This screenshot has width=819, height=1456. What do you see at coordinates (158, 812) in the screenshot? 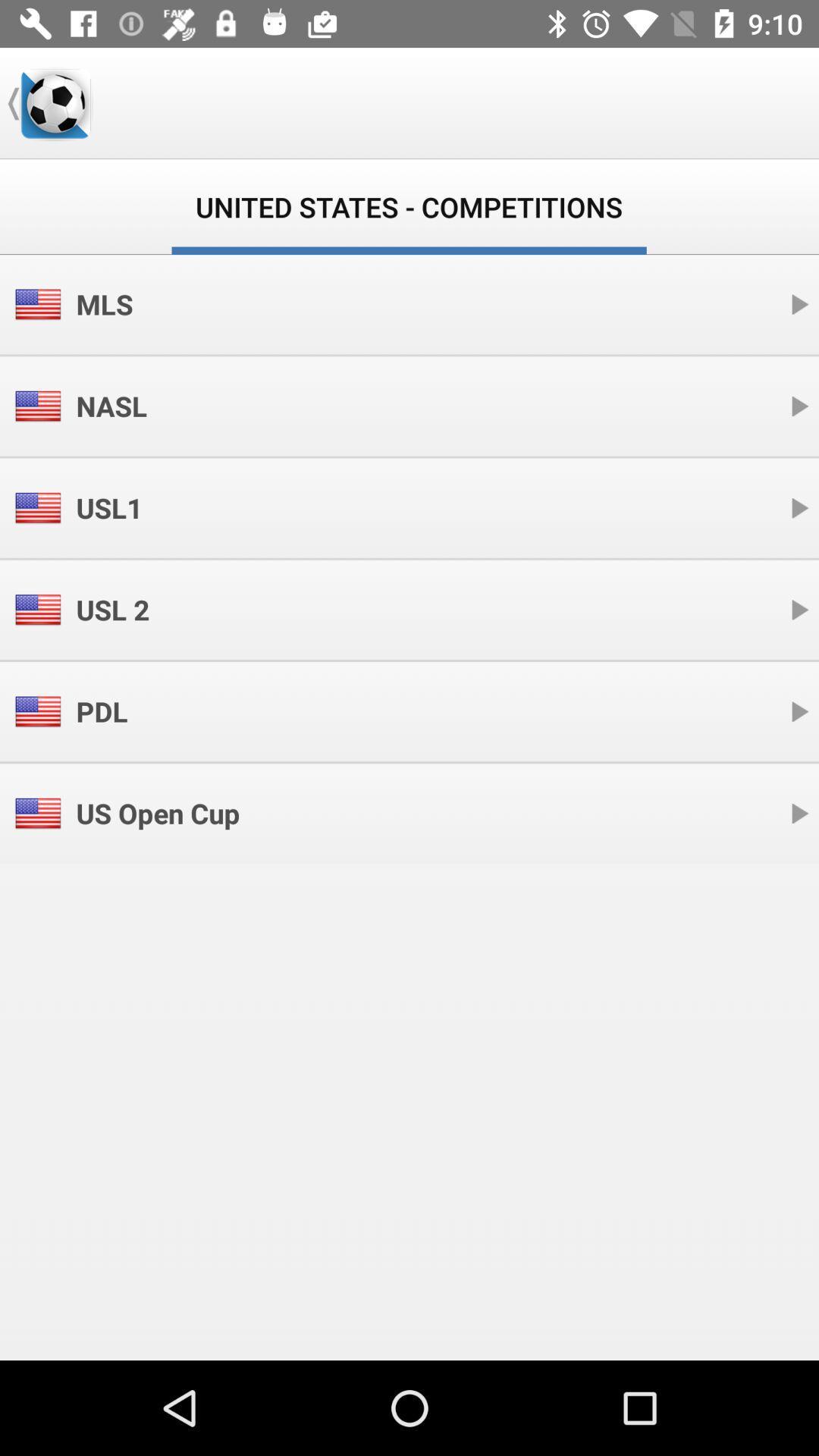
I see `the us open cup` at bounding box center [158, 812].